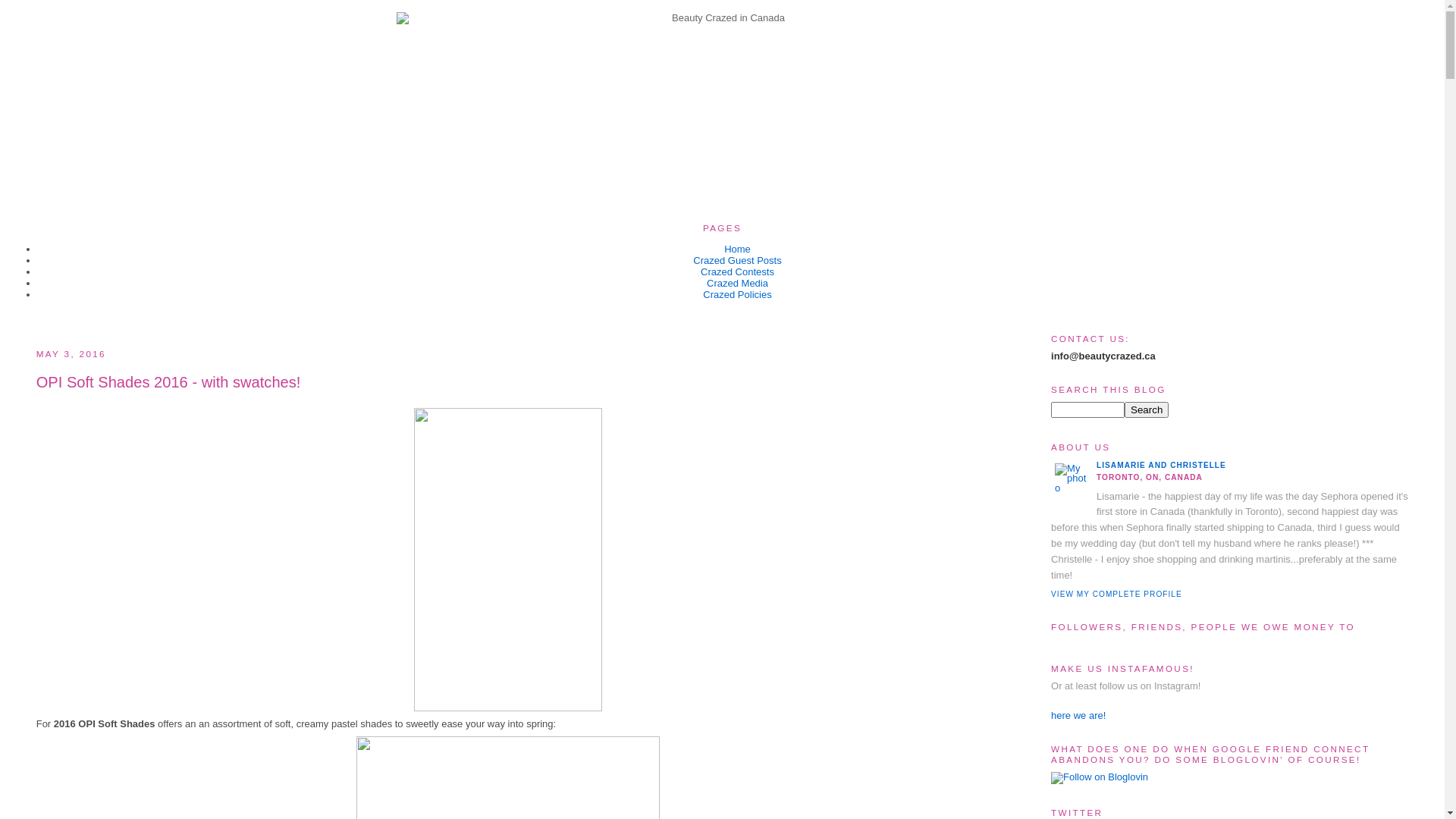  I want to click on 'LISAMARIE AND CHRISTELLE', so click(1096, 464).